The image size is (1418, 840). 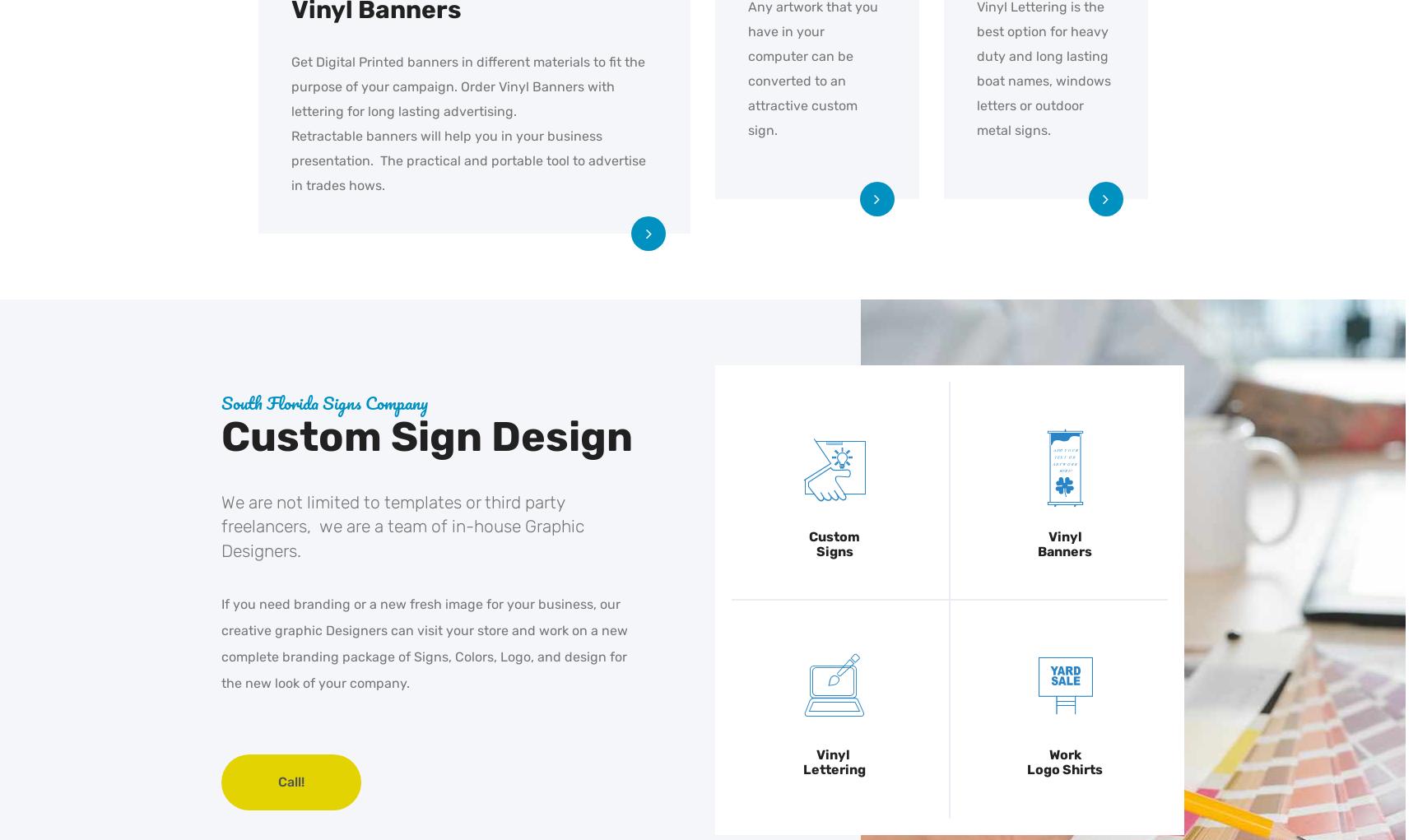 I want to click on 'South Florida Signs Company', so click(x=323, y=401).